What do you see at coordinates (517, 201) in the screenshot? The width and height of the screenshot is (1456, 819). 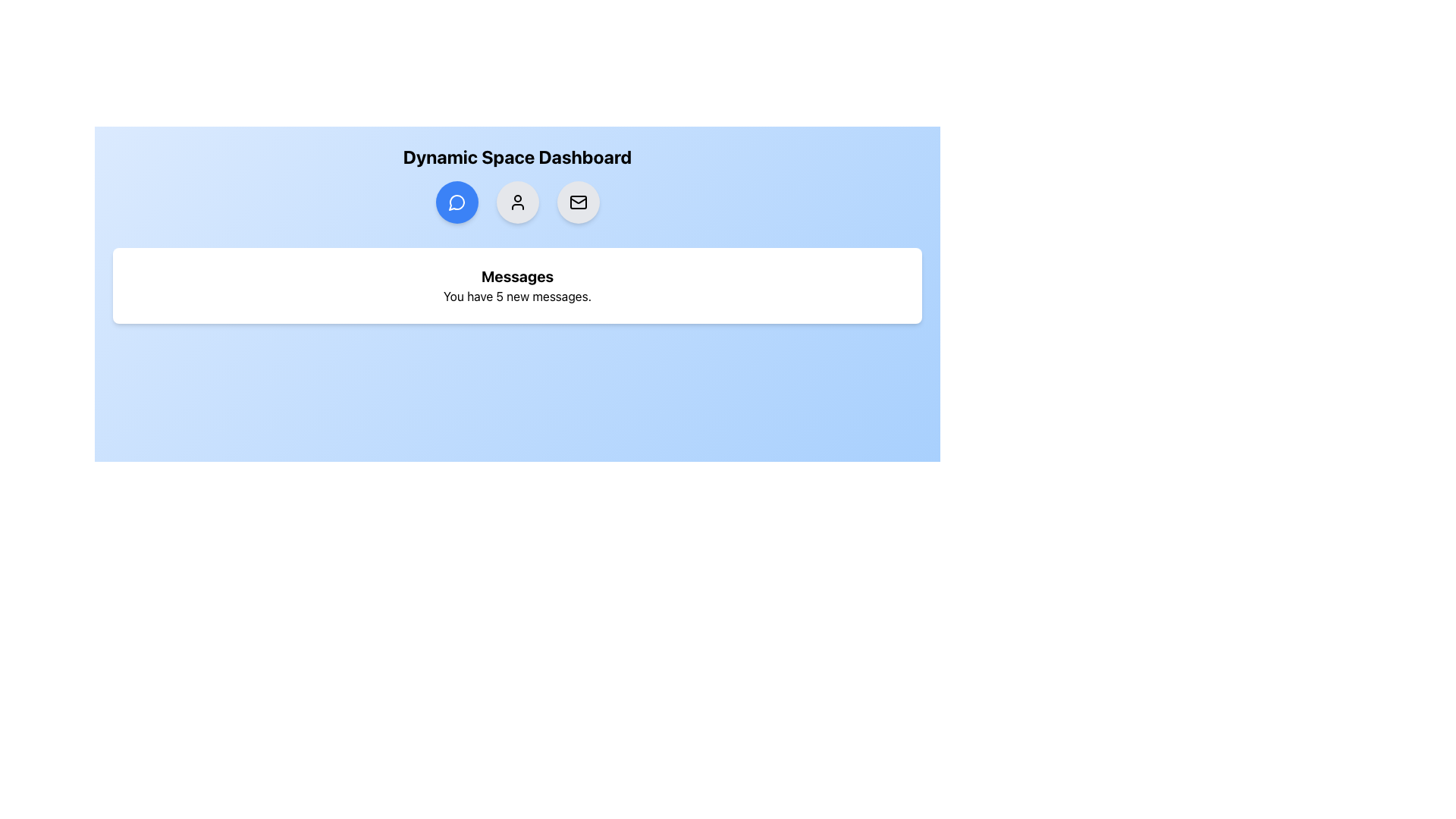 I see `the circular user profile button with a gray background, located between the blue magnifying glass icon and the gray envelope icon in the row of three buttons below the 'Dynamic Space Dashboard' header` at bounding box center [517, 201].